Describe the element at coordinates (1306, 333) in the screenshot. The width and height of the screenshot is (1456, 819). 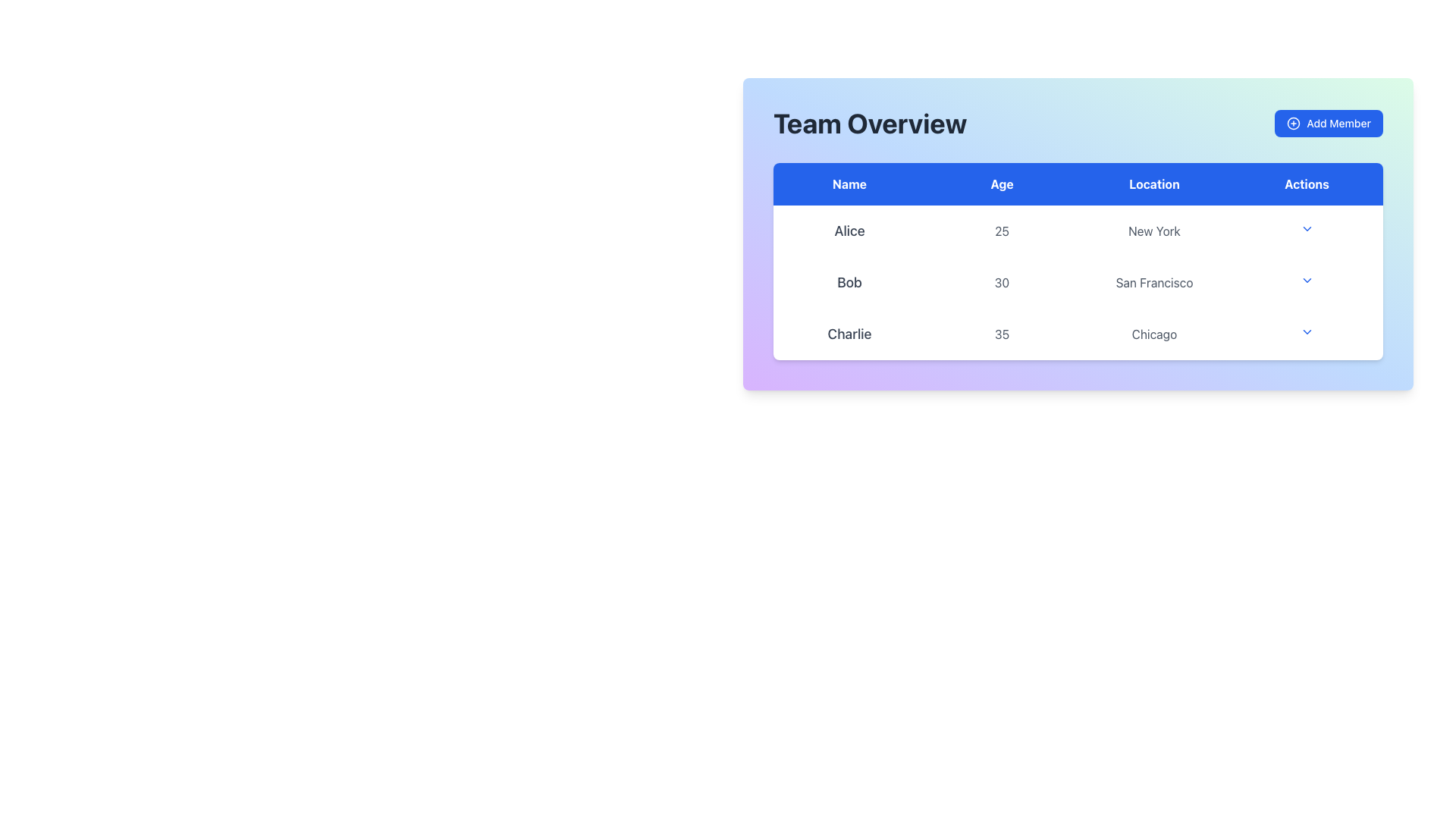
I see `the downward arrow icon located in the 'Actions' cell of the row for 'Charlie'` at that location.